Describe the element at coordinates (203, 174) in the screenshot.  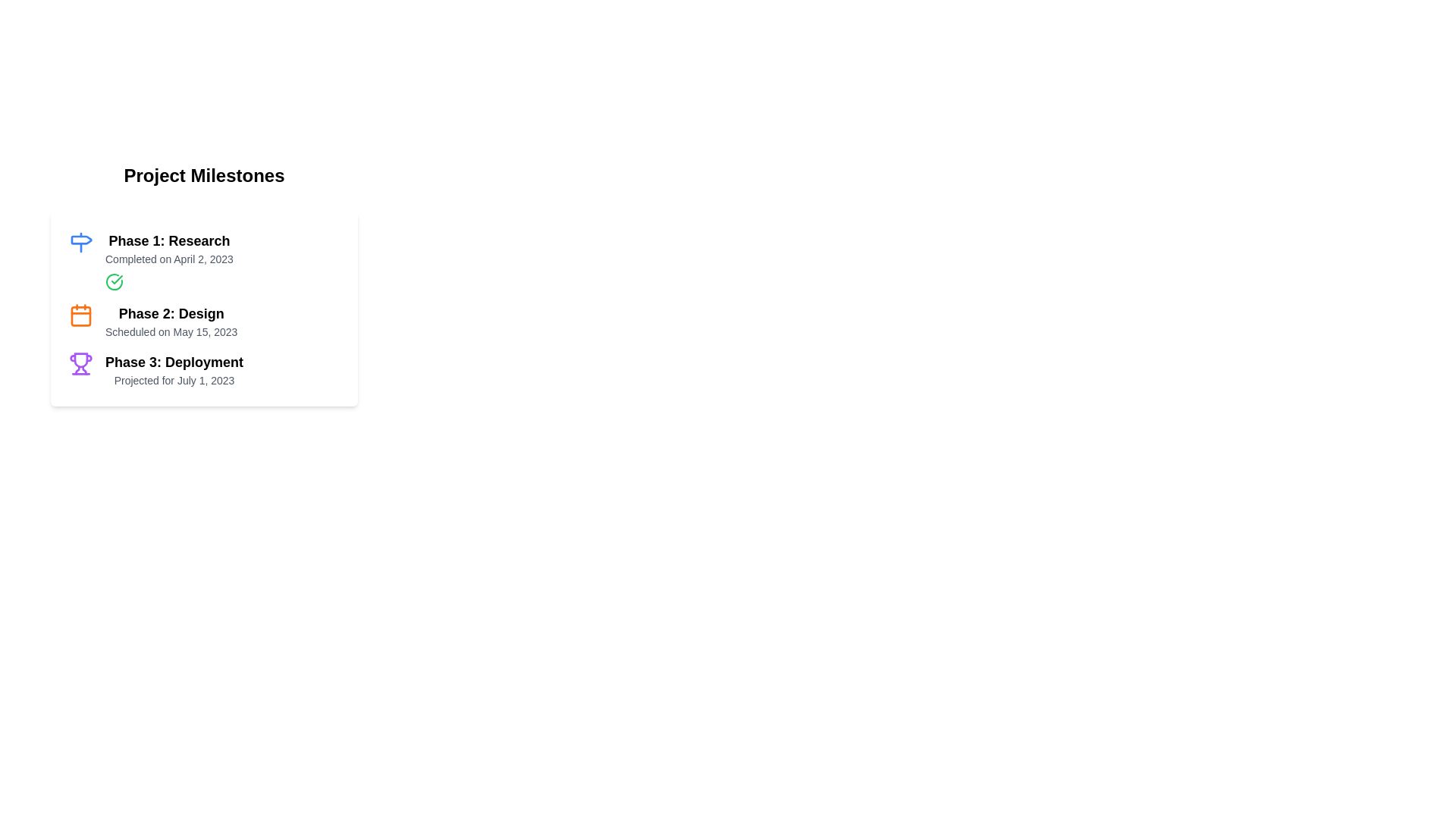
I see `the centered, bold, black text element displaying 'Project Milestones' at the top of the interface` at that location.